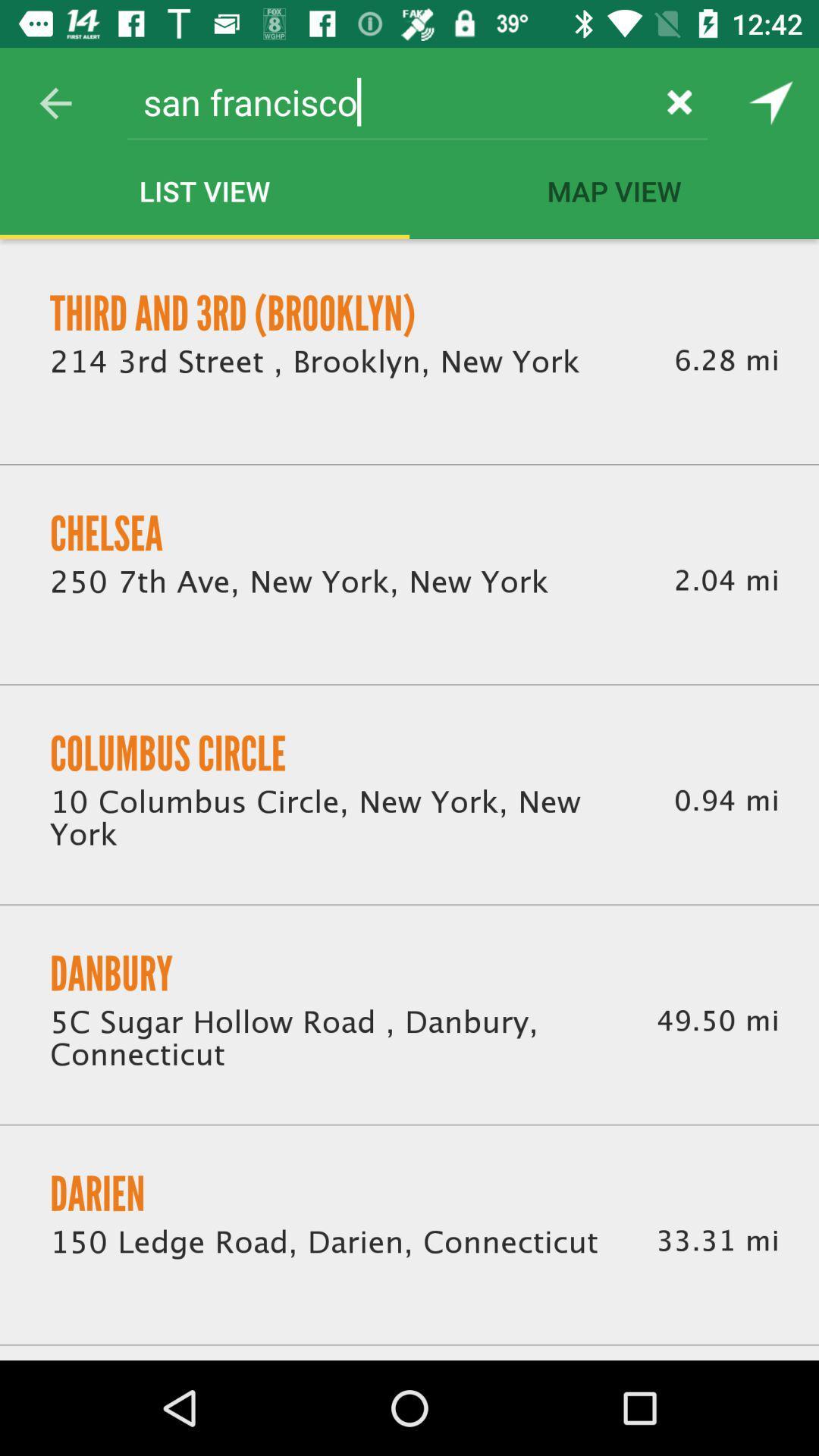 Image resolution: width=819 pixels, height=1456 pixels. What do you see at coordinates (55, 102) in the screenshot?
I see `the item above third and 3rd item` at bounding box center [55, 102].